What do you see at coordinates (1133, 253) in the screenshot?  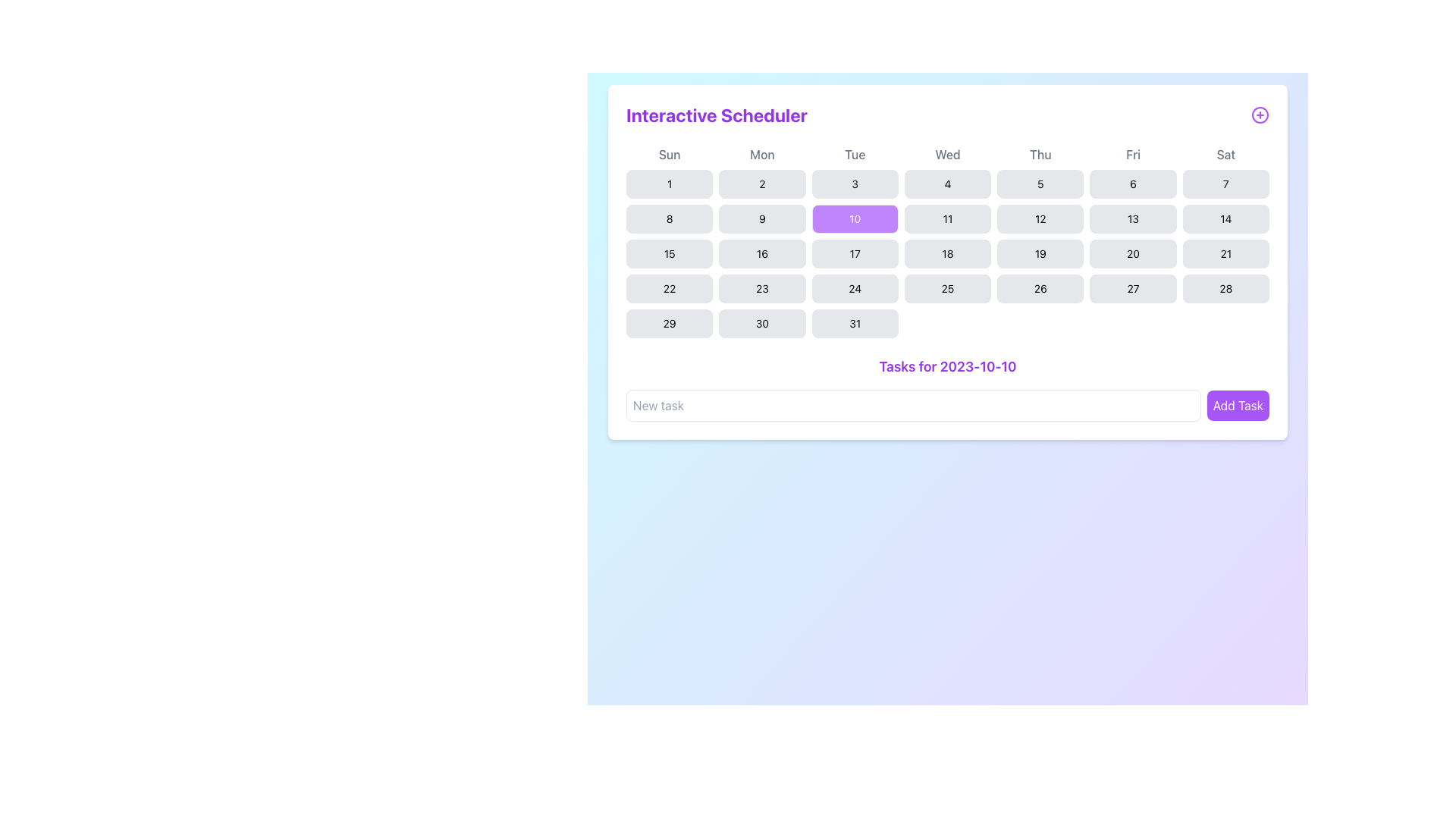 I see `the button in the calendar that allows users` at bounding box center [1133, 253].